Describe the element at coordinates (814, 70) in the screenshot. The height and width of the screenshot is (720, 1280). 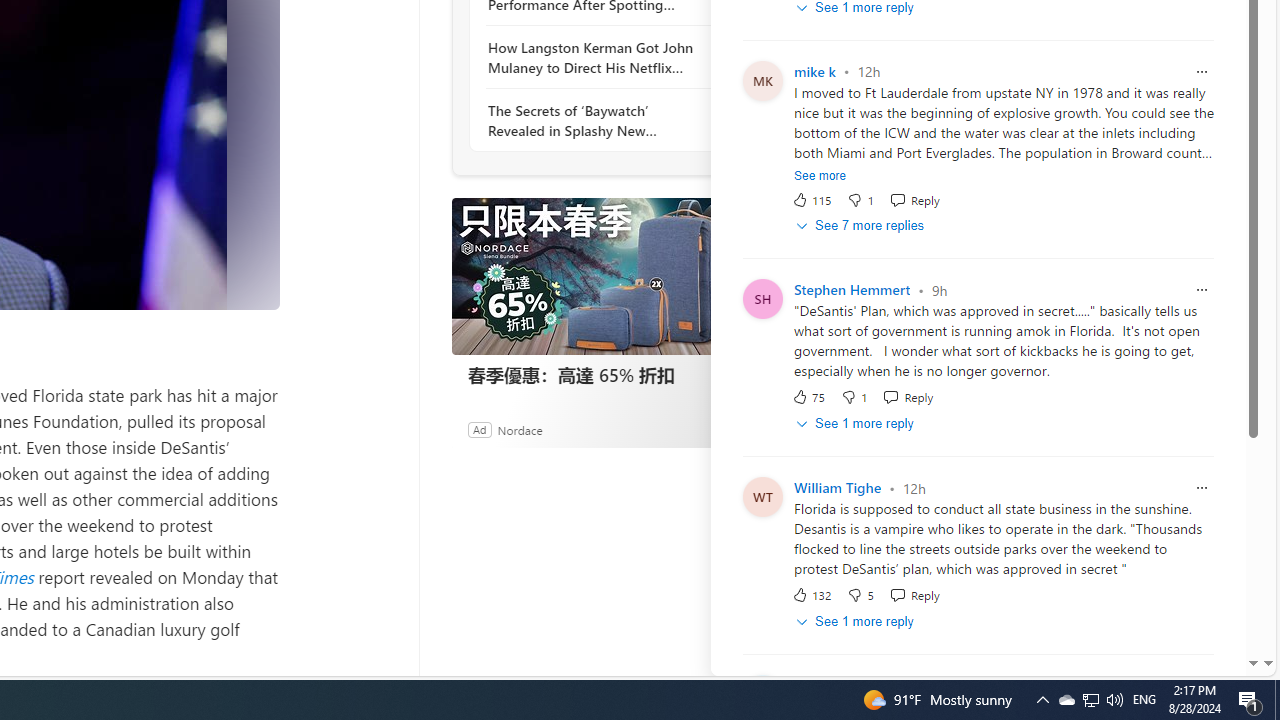
I see `'mike k'` at that location.